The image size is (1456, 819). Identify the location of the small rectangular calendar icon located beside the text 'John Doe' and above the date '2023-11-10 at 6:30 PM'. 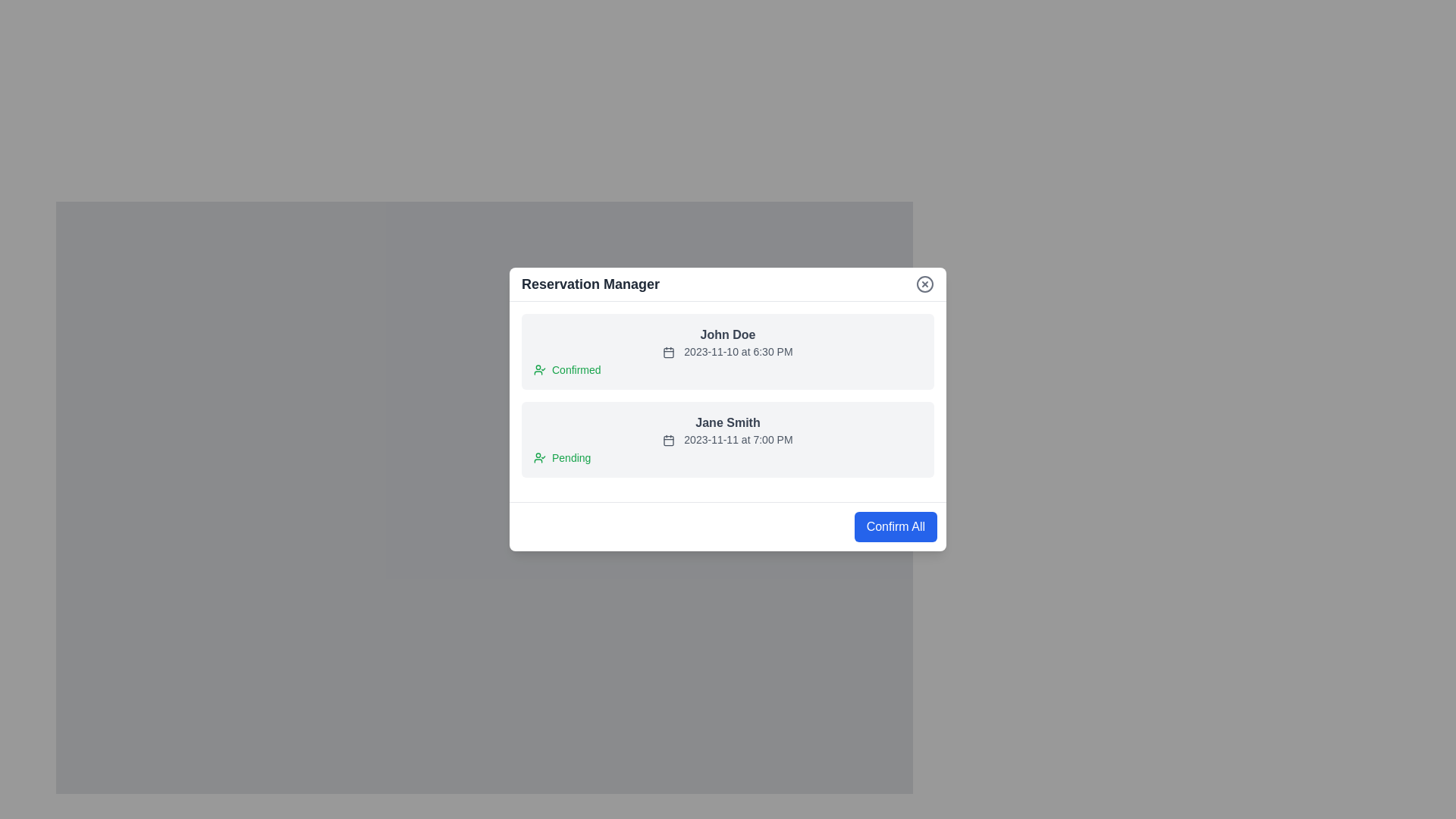
(668, 353).